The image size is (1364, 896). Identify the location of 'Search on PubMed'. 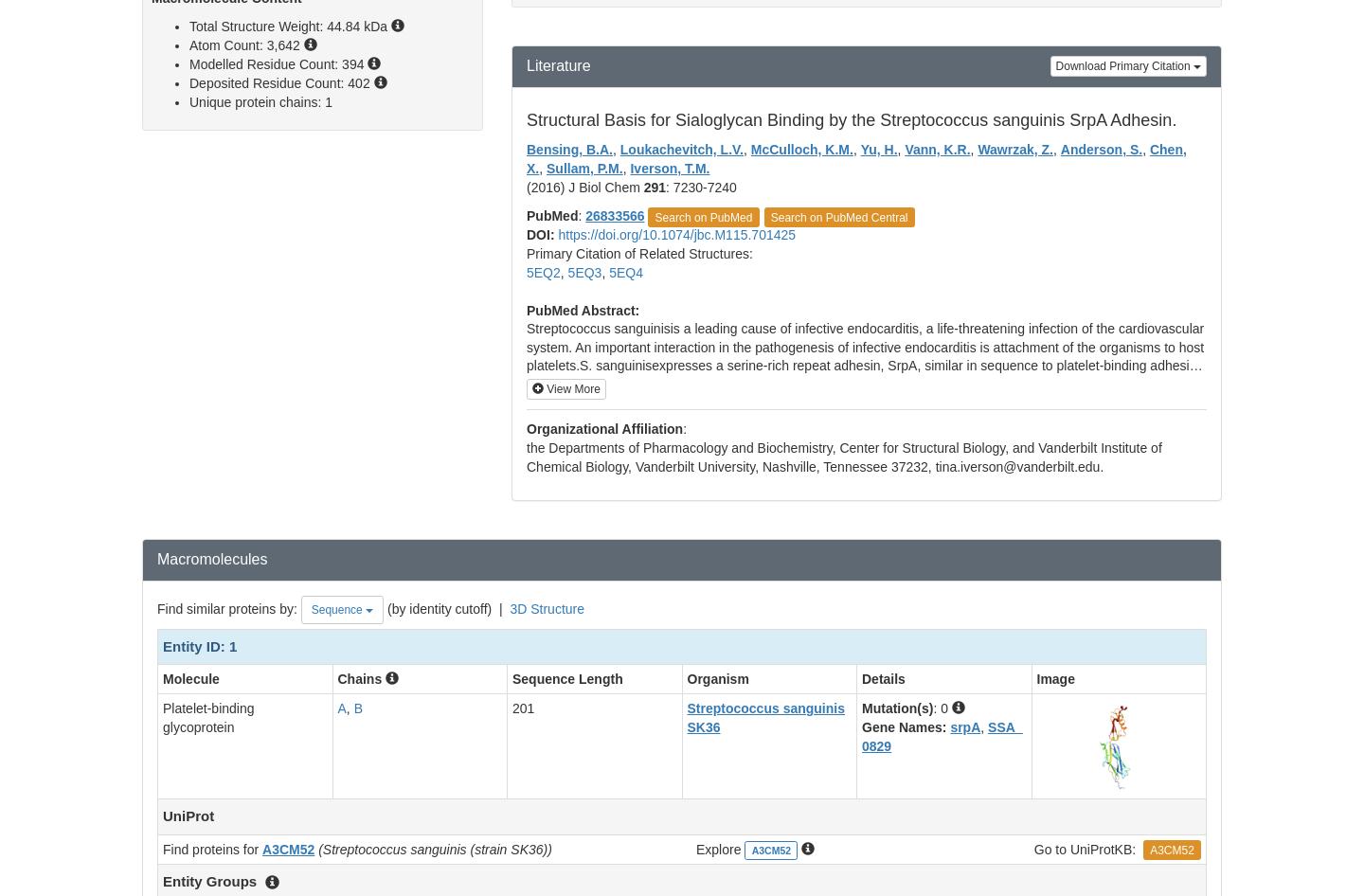
(702, 217).